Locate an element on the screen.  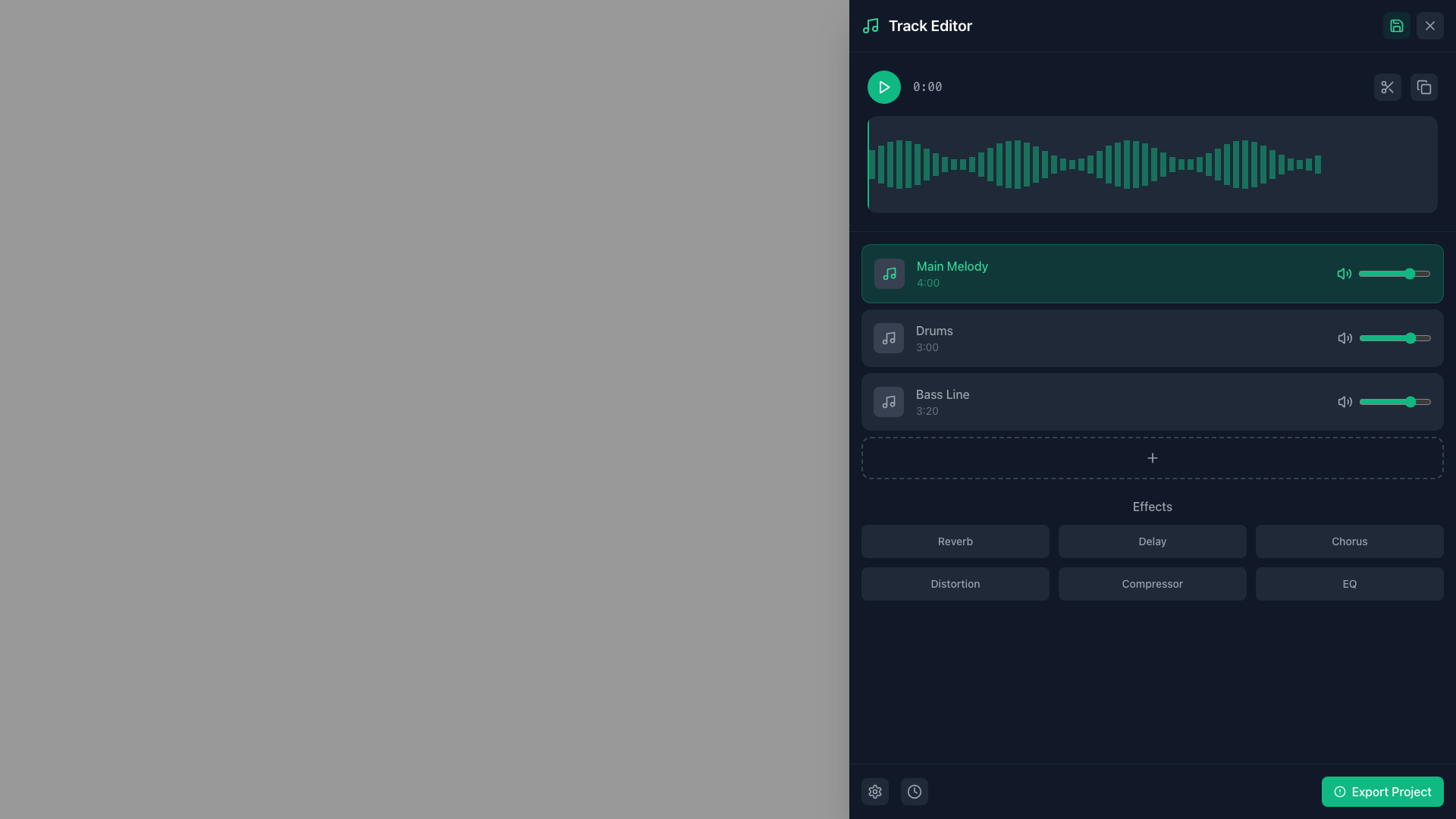
the 'Distortion' effect button in the audio editing interface is located at coordinates (954, 583).